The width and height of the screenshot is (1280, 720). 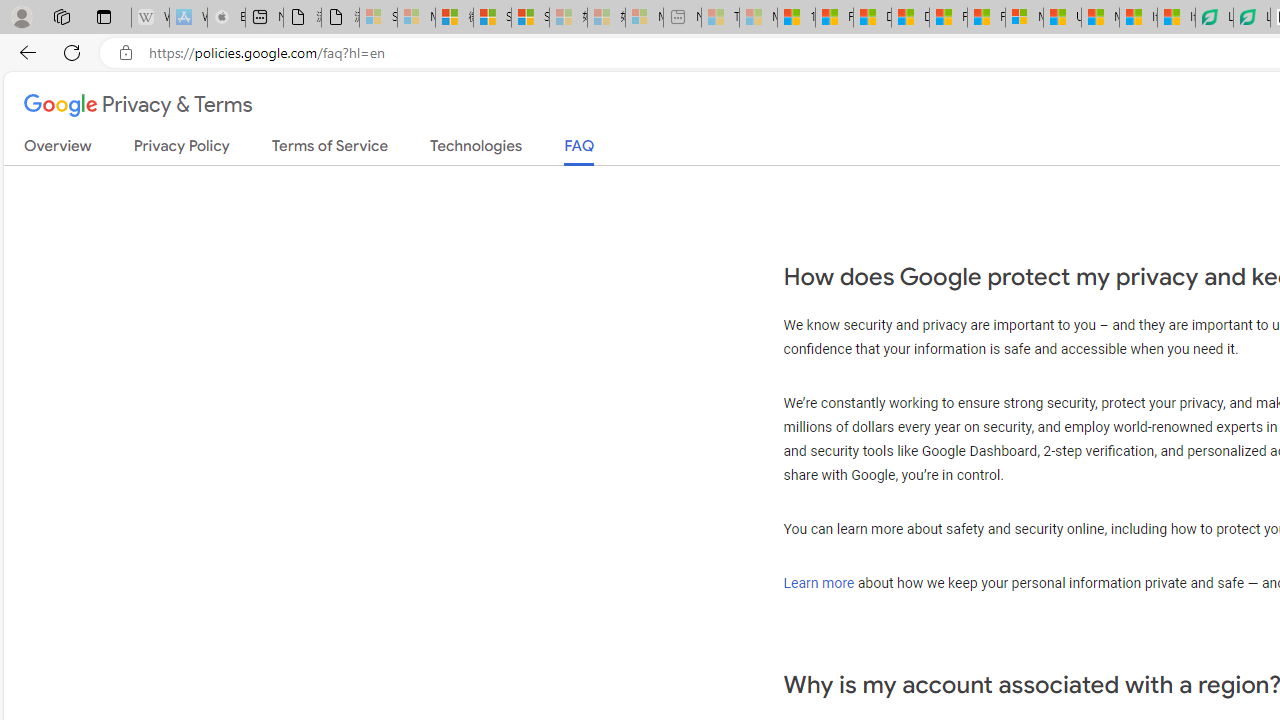 What do you see at coordinates (225, 17) in the screenshot?
I see `'Buy iPad - Apple - Sleeping'` at bounding box center [225, 17].